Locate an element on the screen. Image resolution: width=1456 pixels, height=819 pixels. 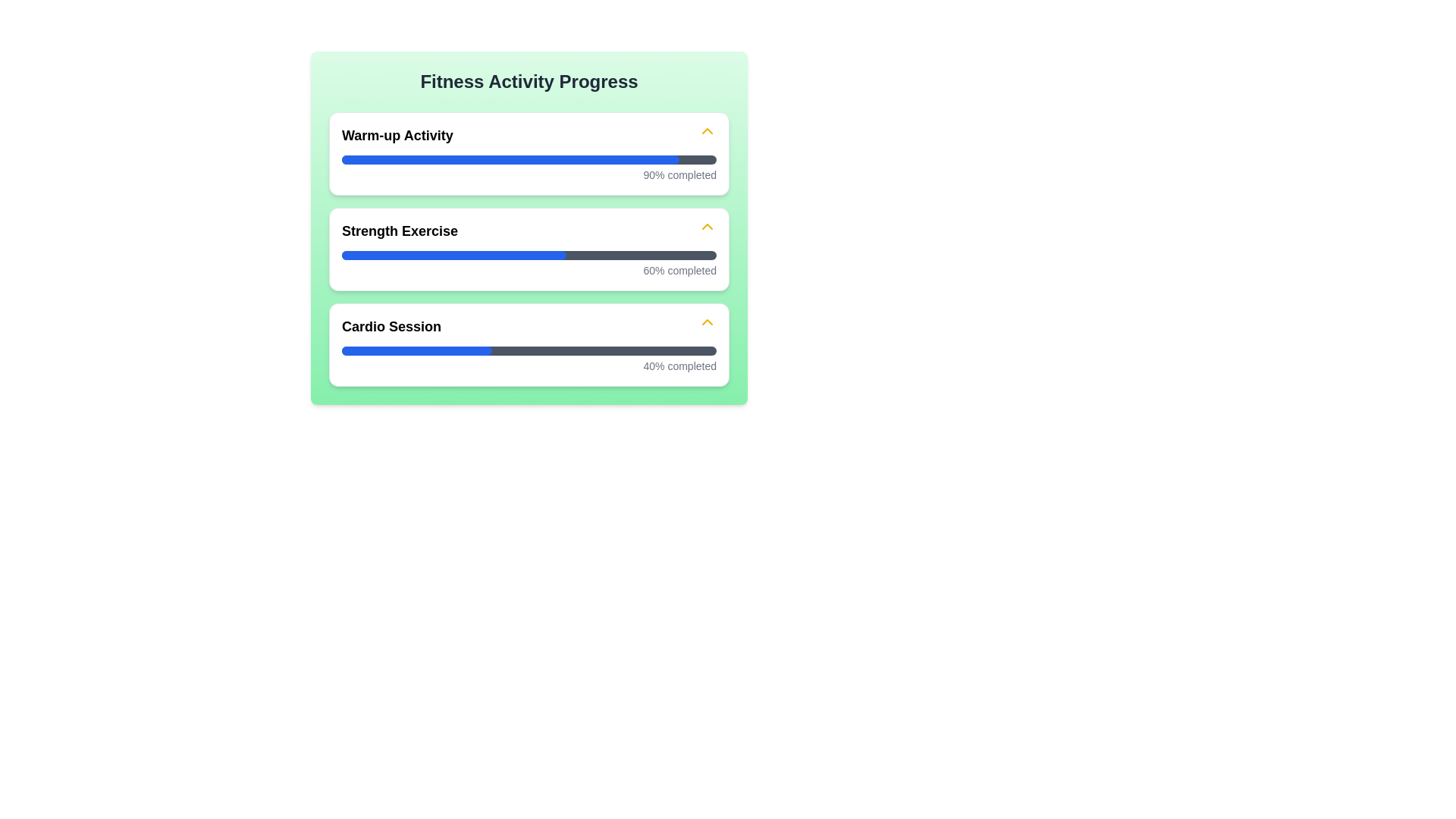
completion percentage from the 'Cardio Session' Progress card, which shows '40% completed' at the bottom-right corner is located at coordinates (529, 345).